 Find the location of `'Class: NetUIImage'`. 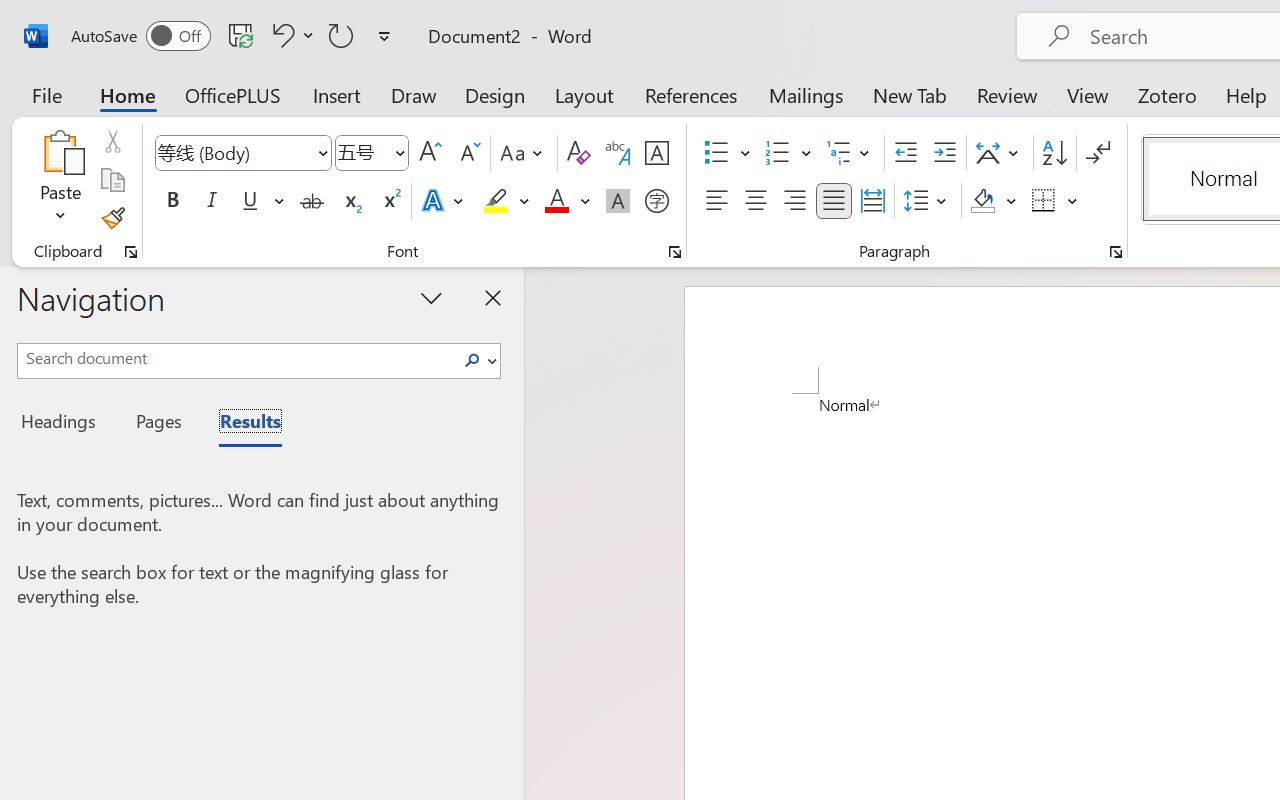

'Class: NetUIImage' is located at coordinates (471, 360).